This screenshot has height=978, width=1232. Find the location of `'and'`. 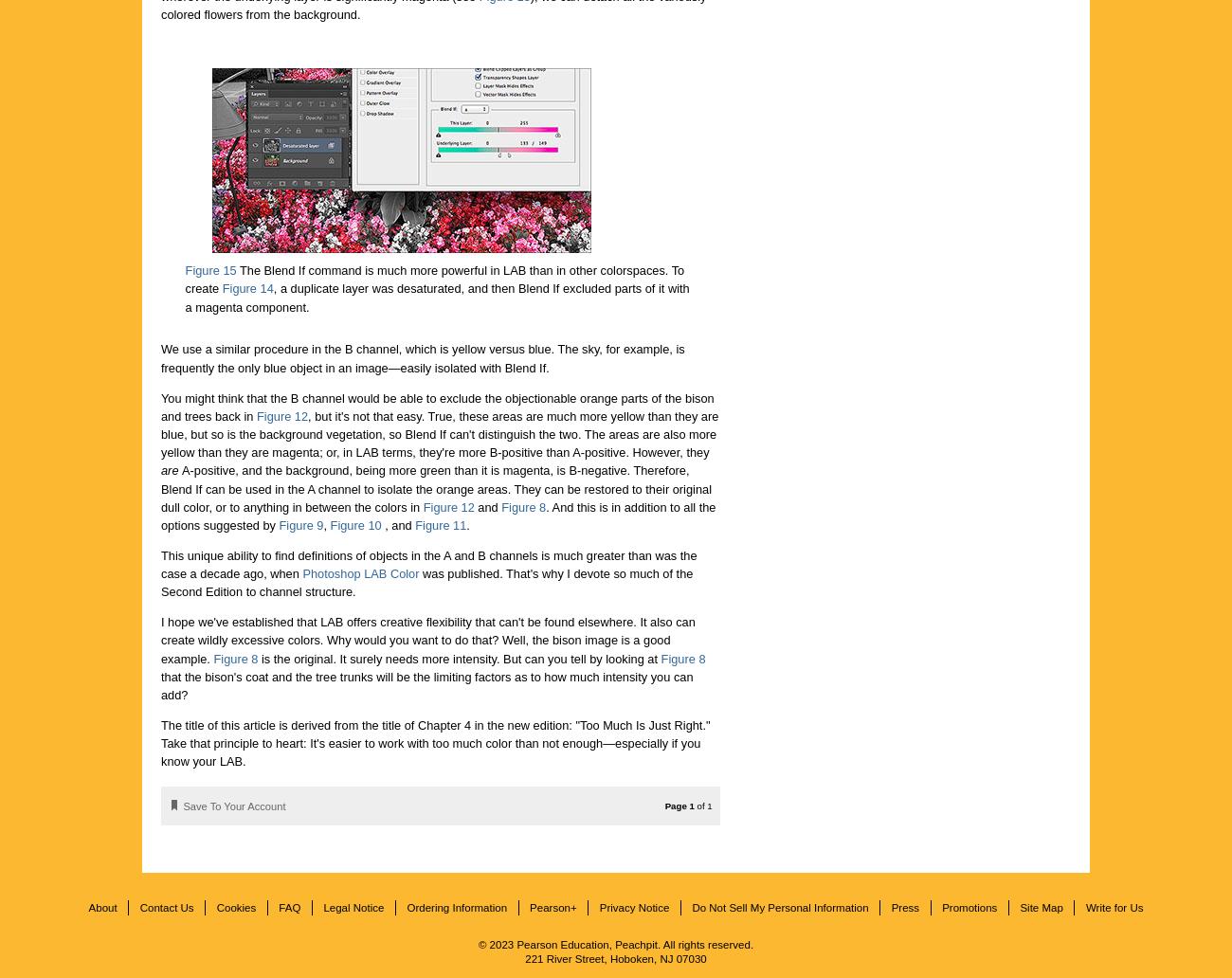

'and' is located at coordinates (473, 506).